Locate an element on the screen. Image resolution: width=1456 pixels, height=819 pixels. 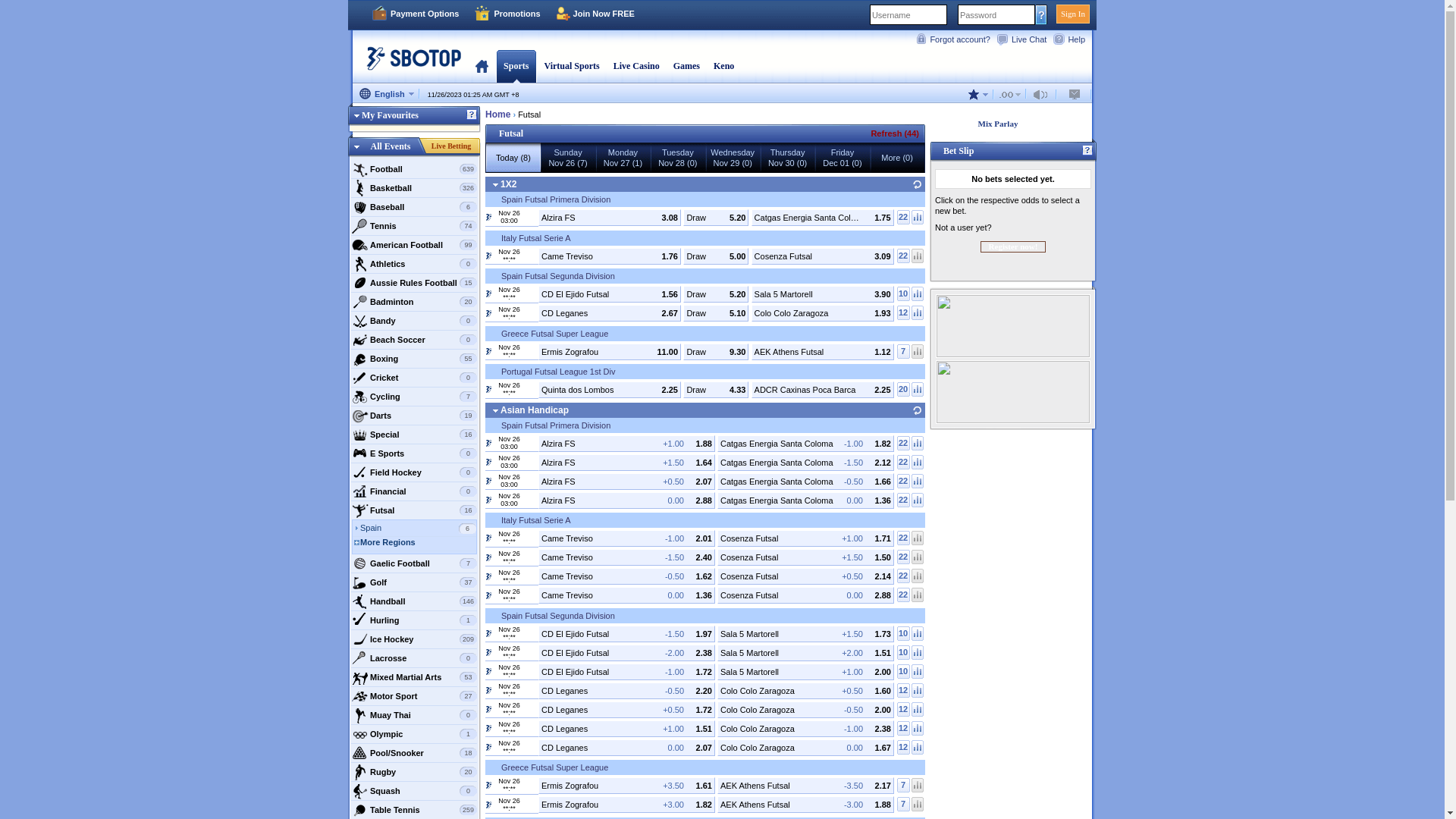
'Live Betting' is located at coordinates (450, 146).